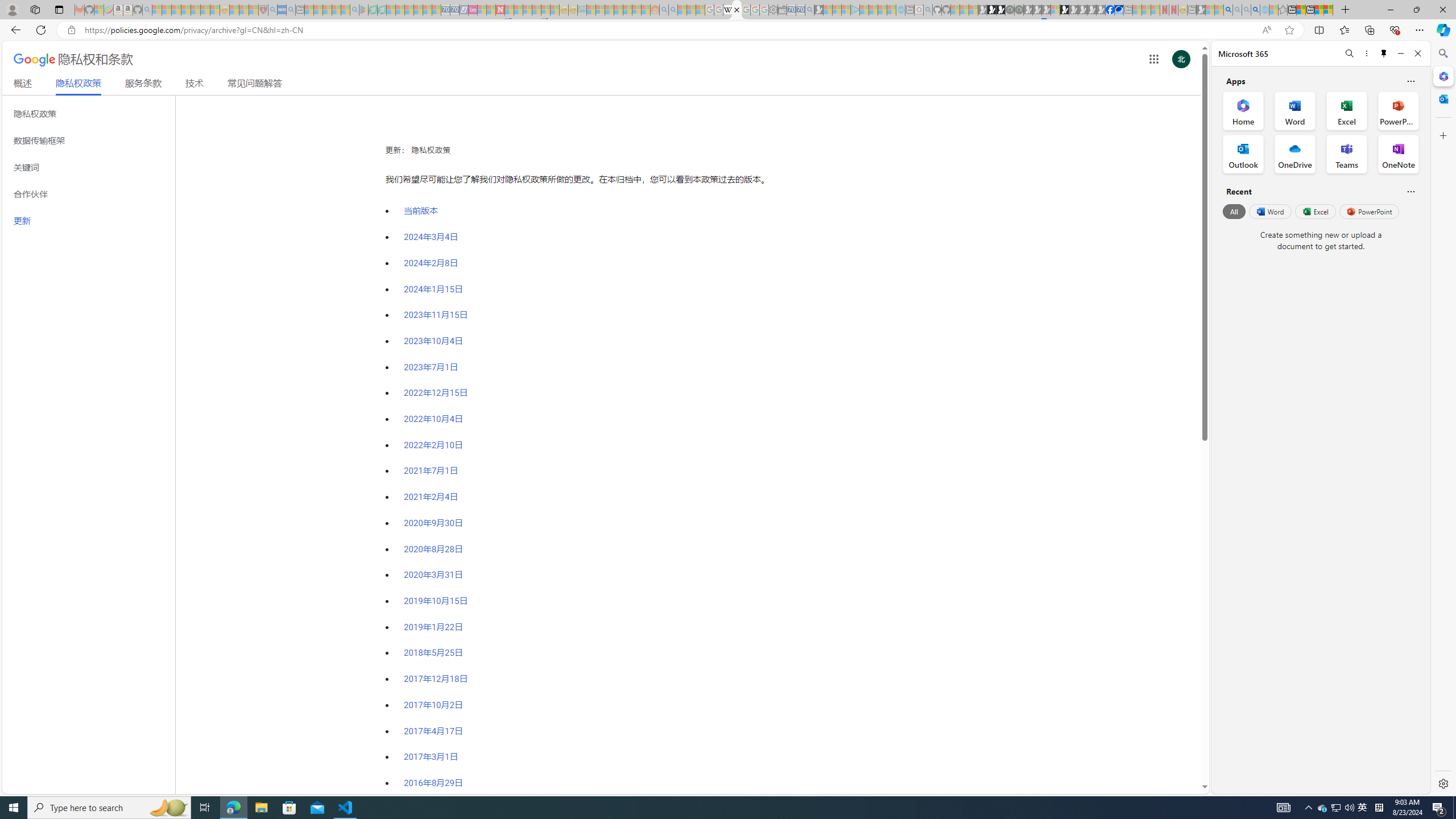 The height and width of the screenshot is (819, 1456). What do you see at coordinates (1017, 9) in the screenshot?
I see `'Future Focus Report 2024 - Sleeping'` at bounding box center [1017, 9].